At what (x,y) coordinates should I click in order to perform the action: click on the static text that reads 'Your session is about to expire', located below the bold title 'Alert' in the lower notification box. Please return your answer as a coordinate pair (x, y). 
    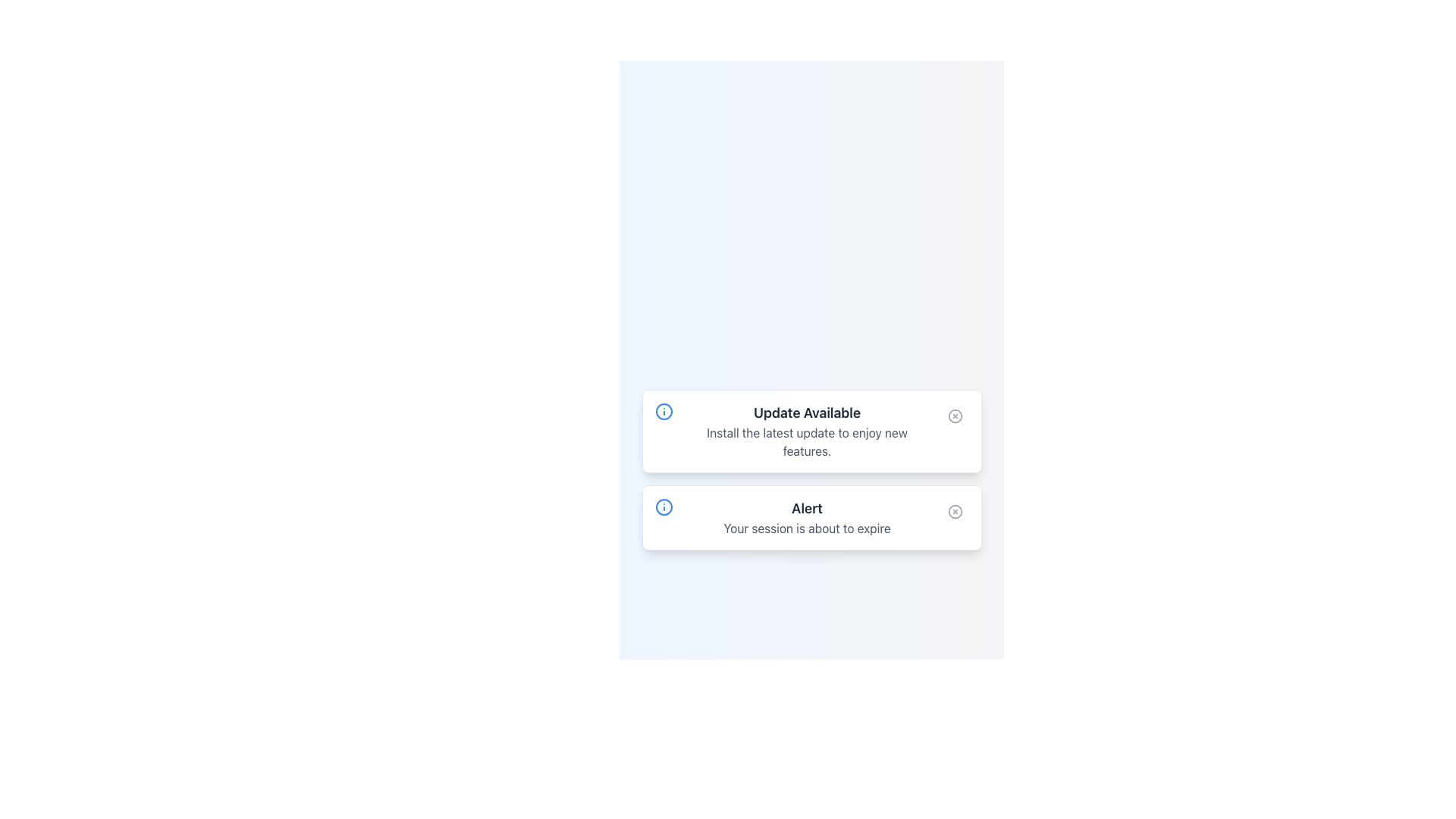
    Looking at the image, I should click on (806, 528).